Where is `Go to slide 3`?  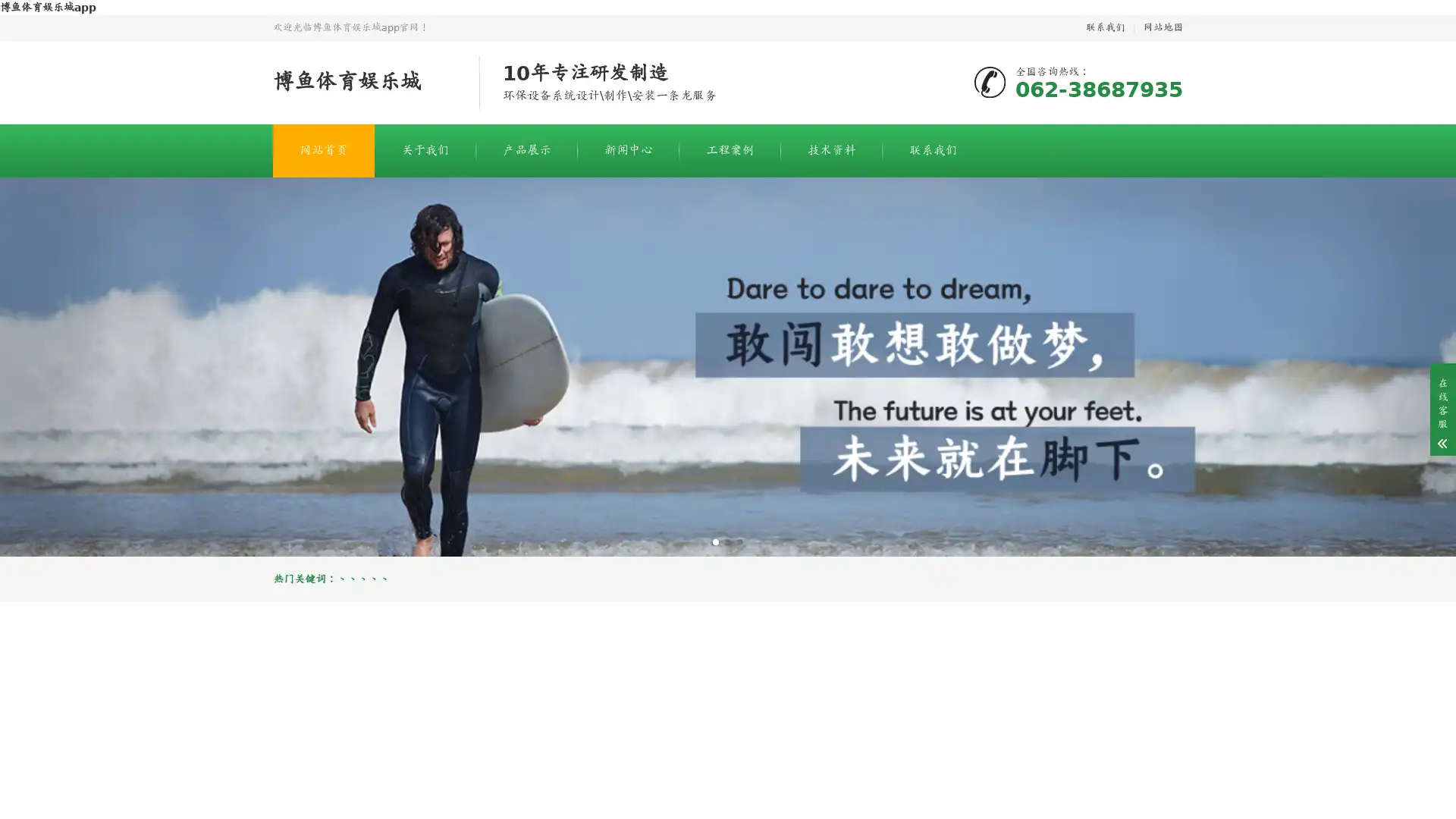 Go to slide 3 is located at coordinates (739, 541).